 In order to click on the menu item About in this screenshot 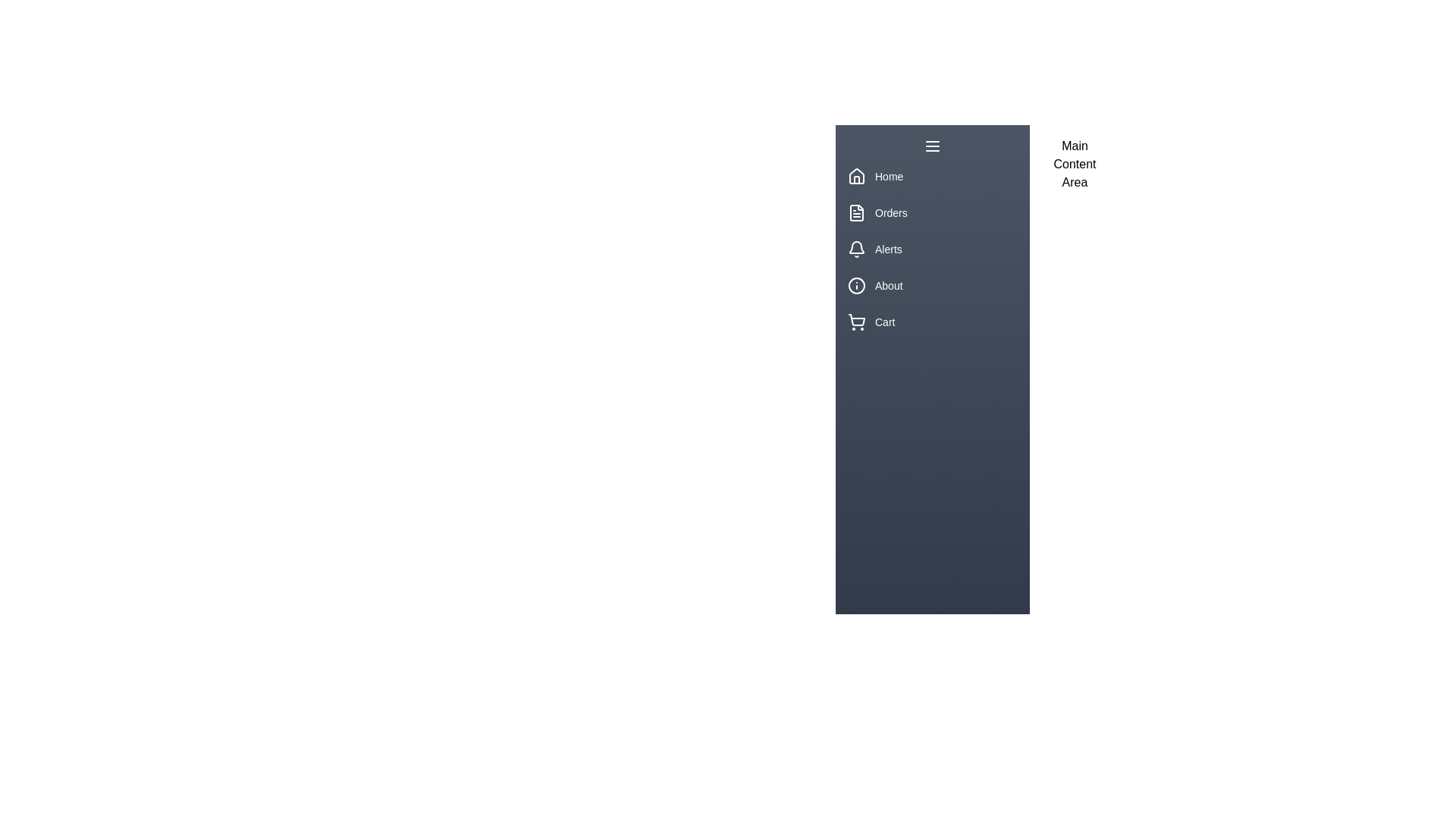, I will do `click(931, 286)`.